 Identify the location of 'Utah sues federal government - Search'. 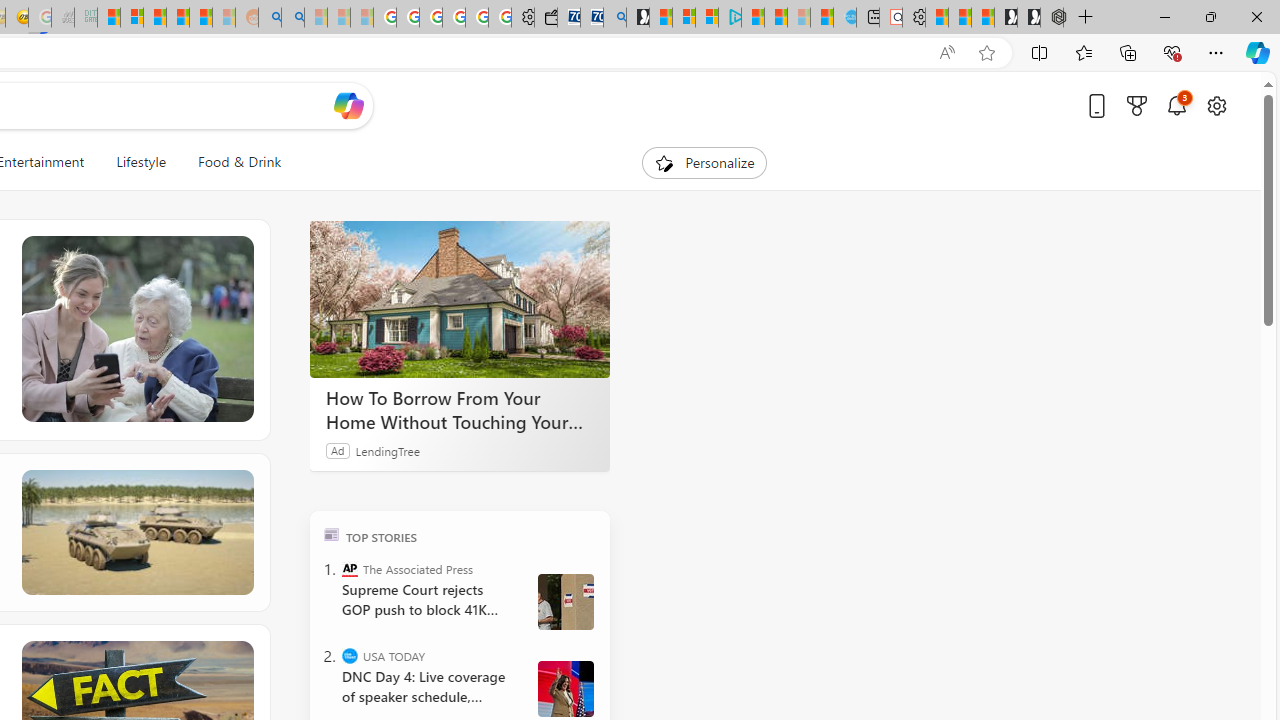
(292, 17).